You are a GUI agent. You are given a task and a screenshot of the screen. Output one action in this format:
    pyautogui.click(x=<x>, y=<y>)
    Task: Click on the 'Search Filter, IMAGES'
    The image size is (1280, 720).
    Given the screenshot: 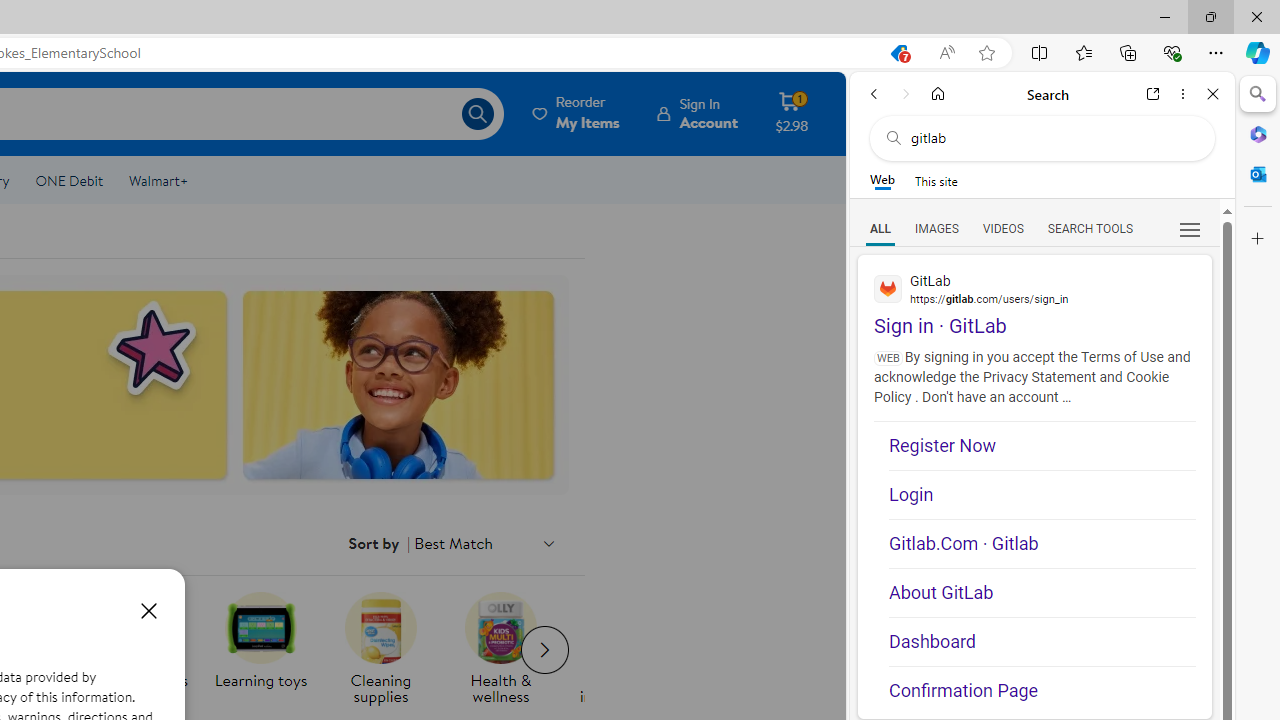 What is the action you would take?
    pyautogui.click(x=935, y=227)
    